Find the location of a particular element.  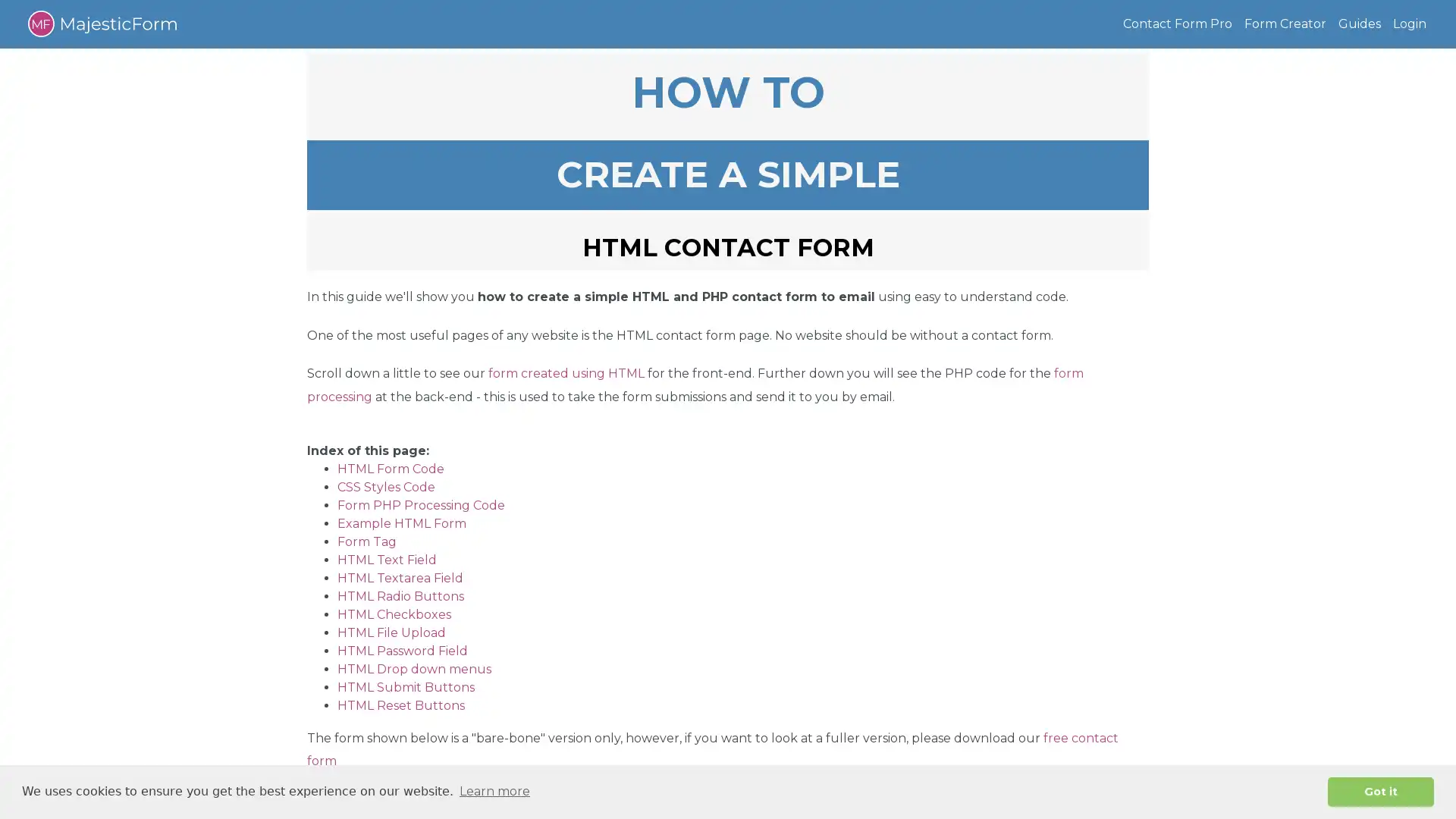

dismiss cookie message is located at coordinates (1380, 791).